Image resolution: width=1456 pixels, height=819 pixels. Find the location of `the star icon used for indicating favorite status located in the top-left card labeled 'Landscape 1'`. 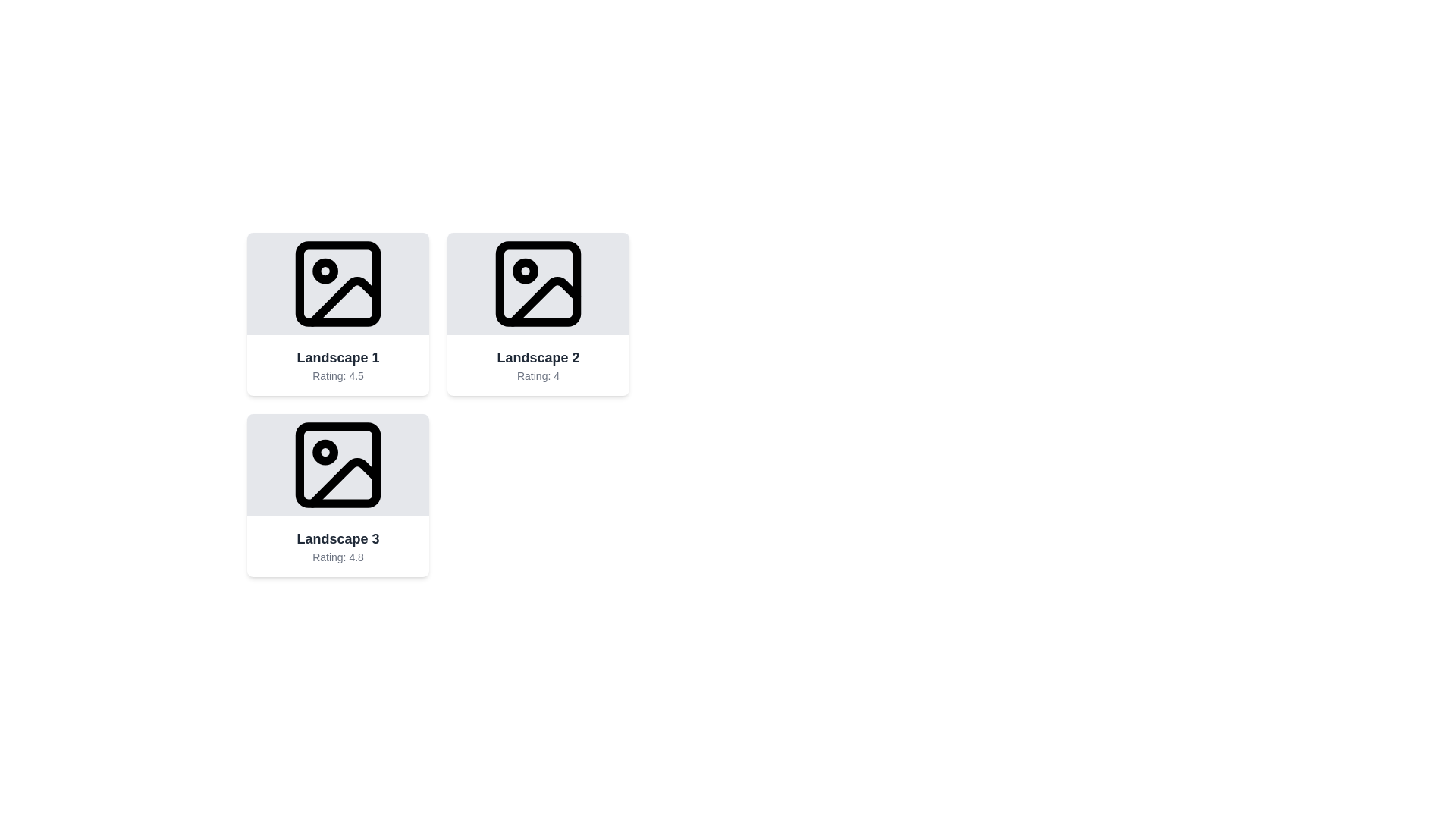

the star icon used for indicating favorite status located in the top-left card labeled 'Landscape 1' is located at coordinates (337, 284).